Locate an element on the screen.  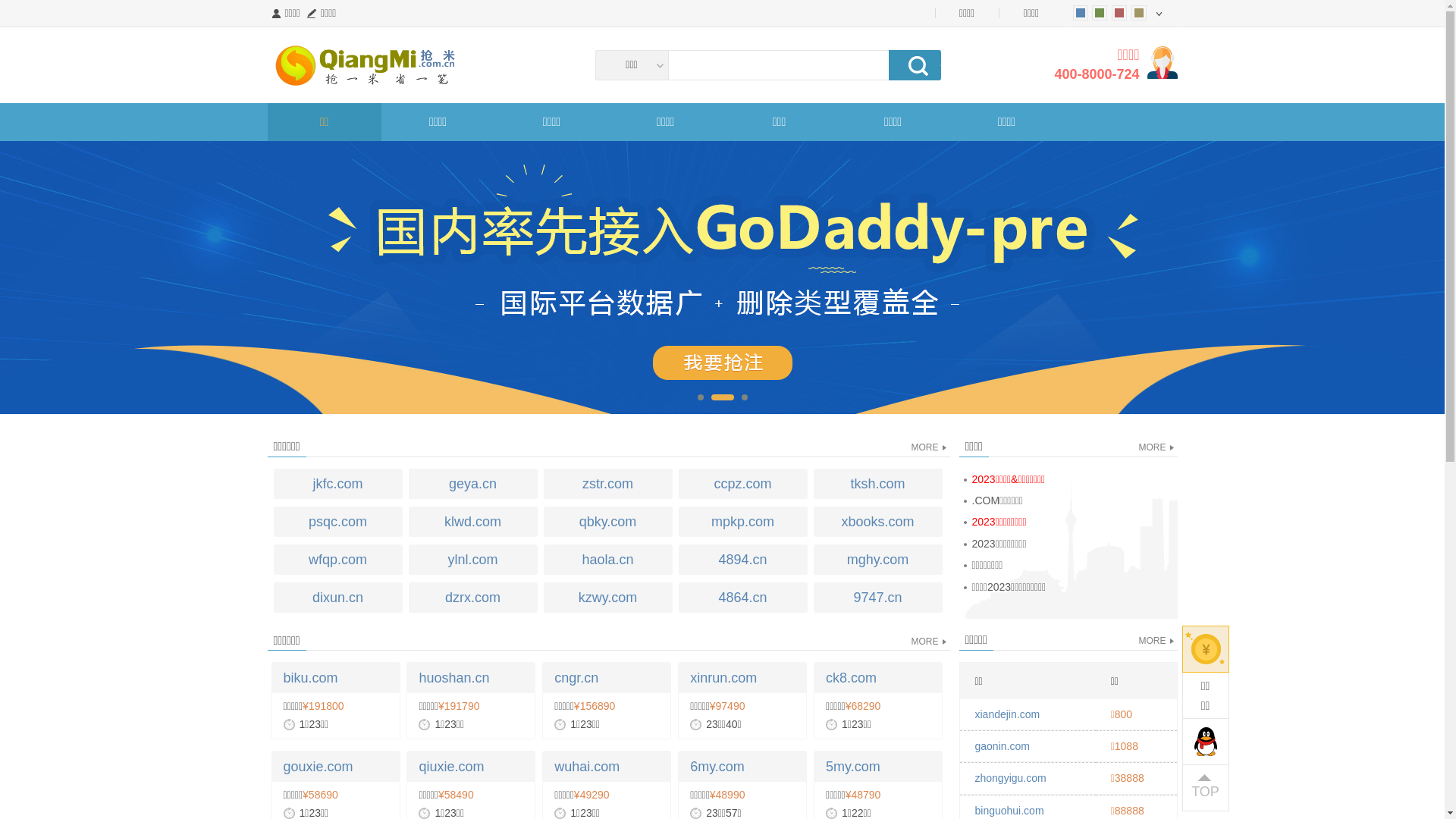
'klwd.com' is located at coordinates (472, 520).